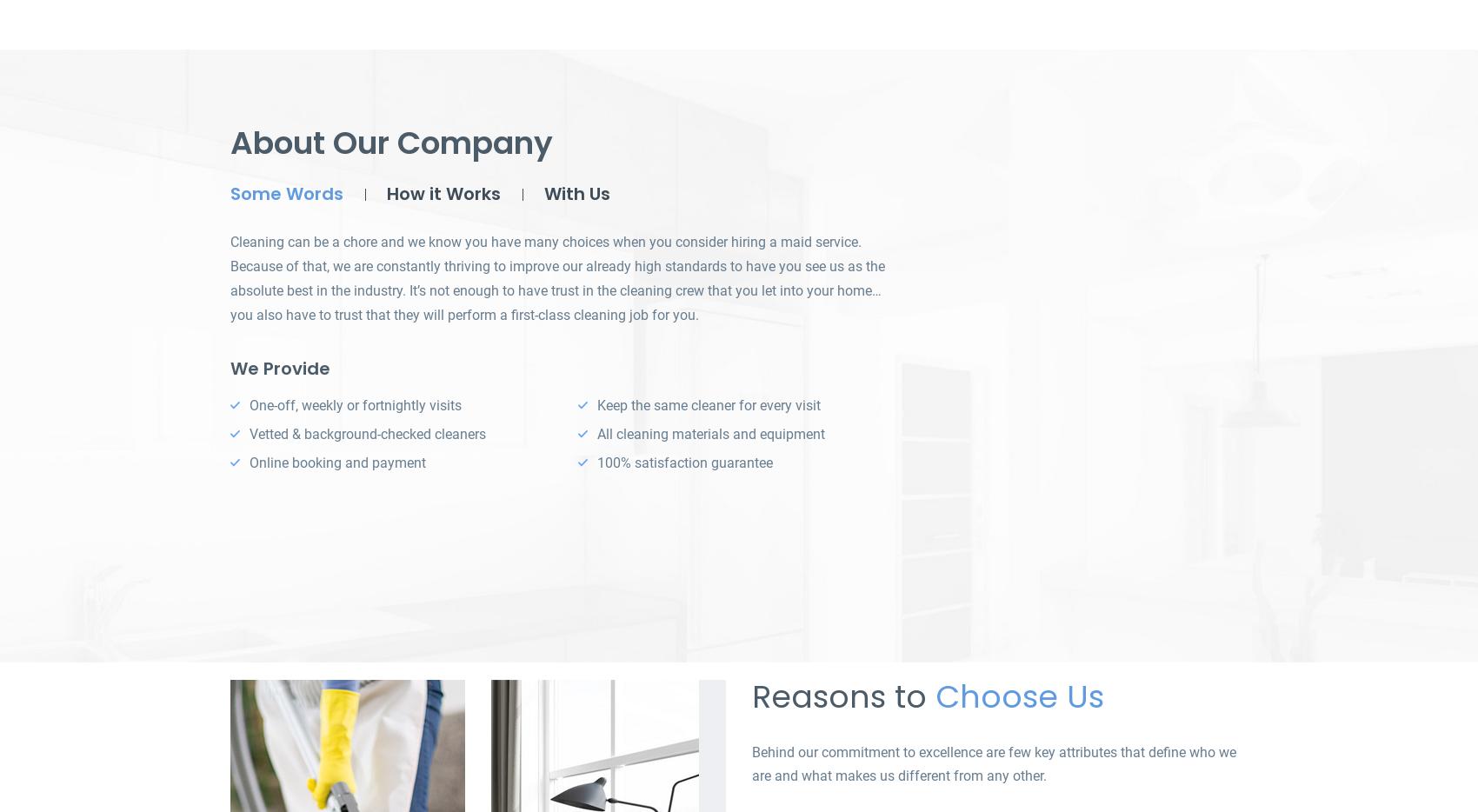 This screenshot has width=1478, height=812. Describe the element at coordinates (249, 463) in the screenshot. I see `'Online booking and payment'` at that location.